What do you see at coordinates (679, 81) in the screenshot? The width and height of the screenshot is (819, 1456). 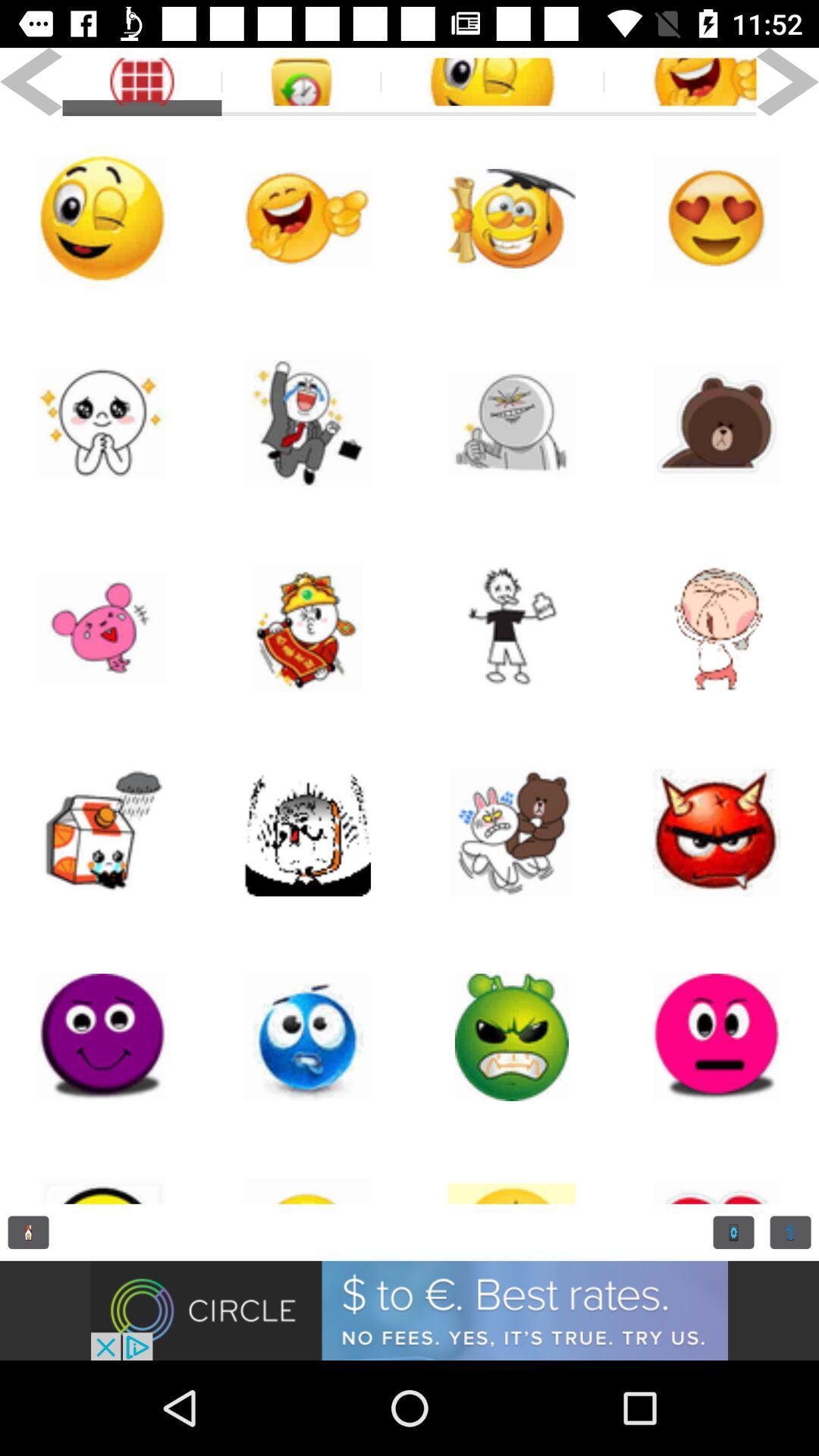 I see `select the laughing smiley` at bounding box center [679, 81].